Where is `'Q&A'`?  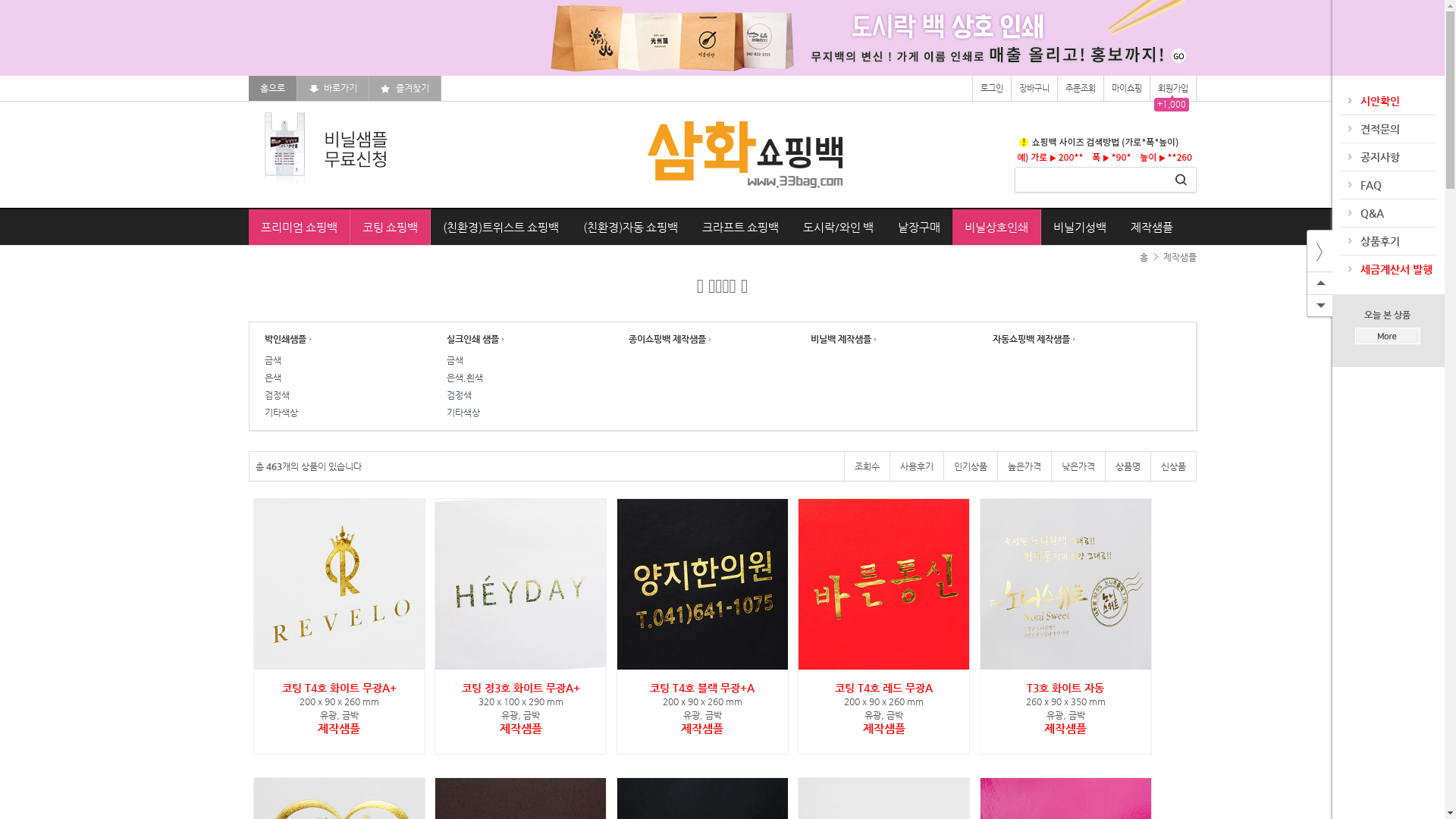 'Q&A' is located at coordinates (1371, 213).